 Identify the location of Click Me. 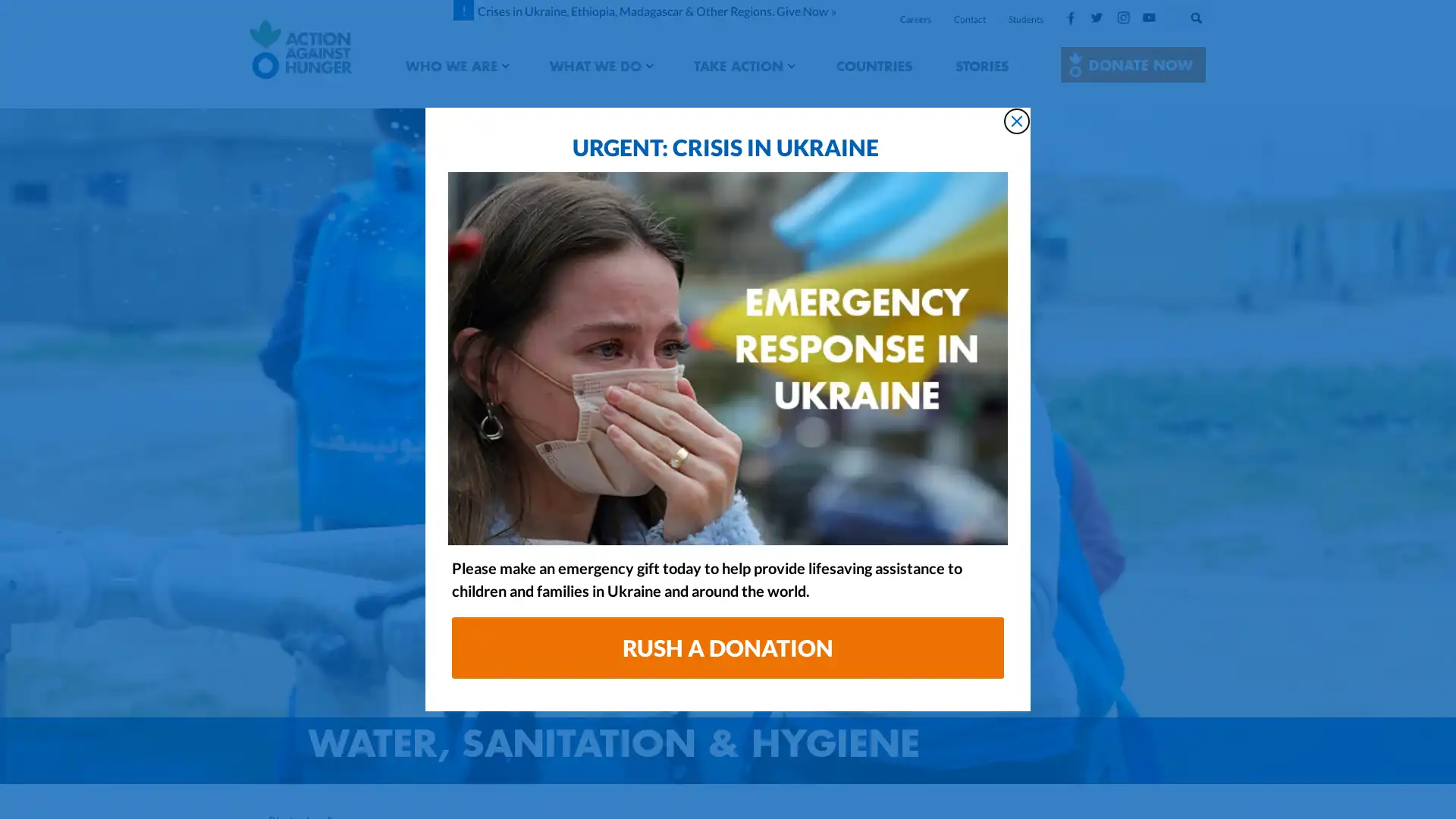
(1133, 64).